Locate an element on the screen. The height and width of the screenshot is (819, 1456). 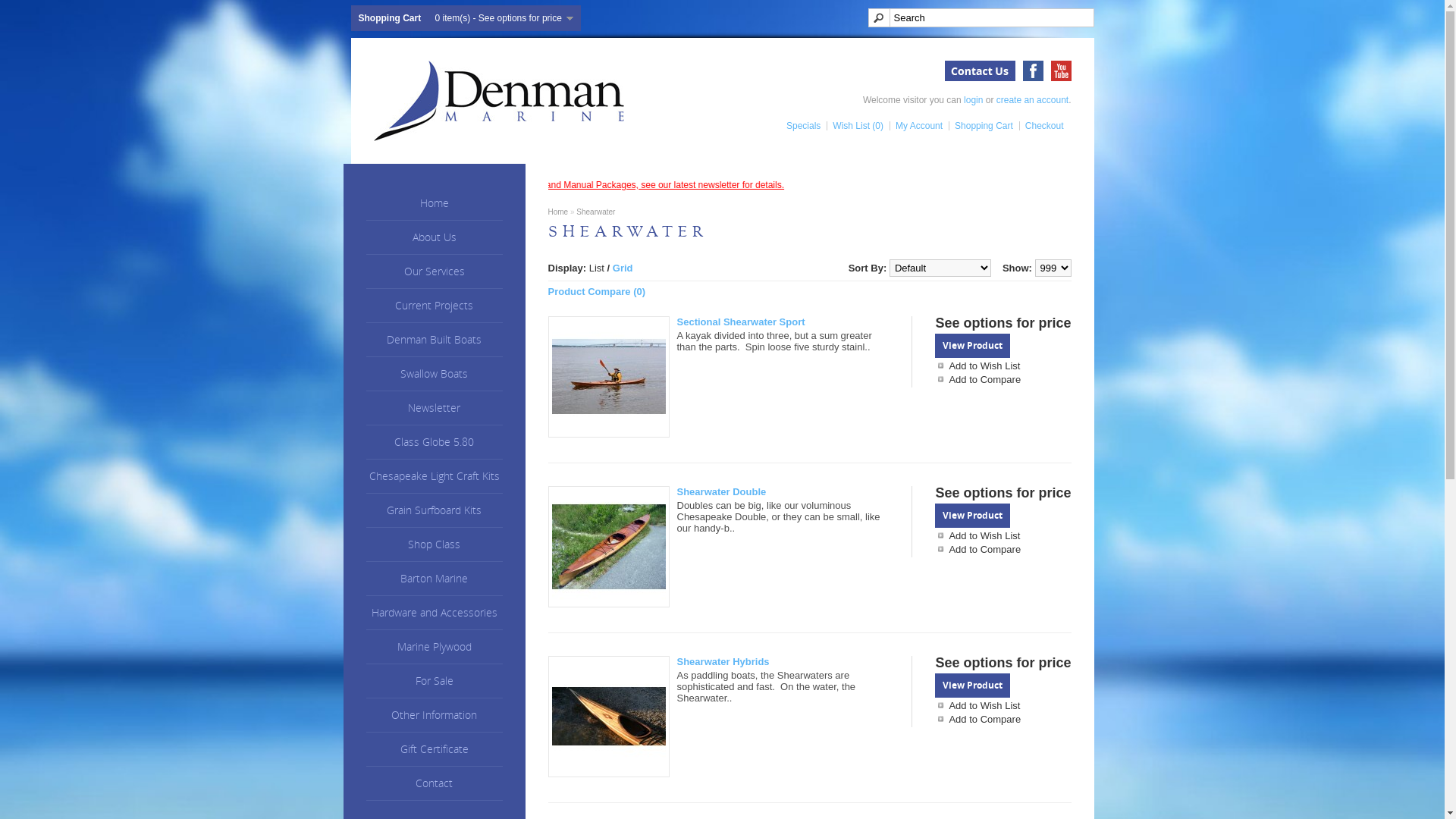
'View Product' is located at coordinates (972, 345).